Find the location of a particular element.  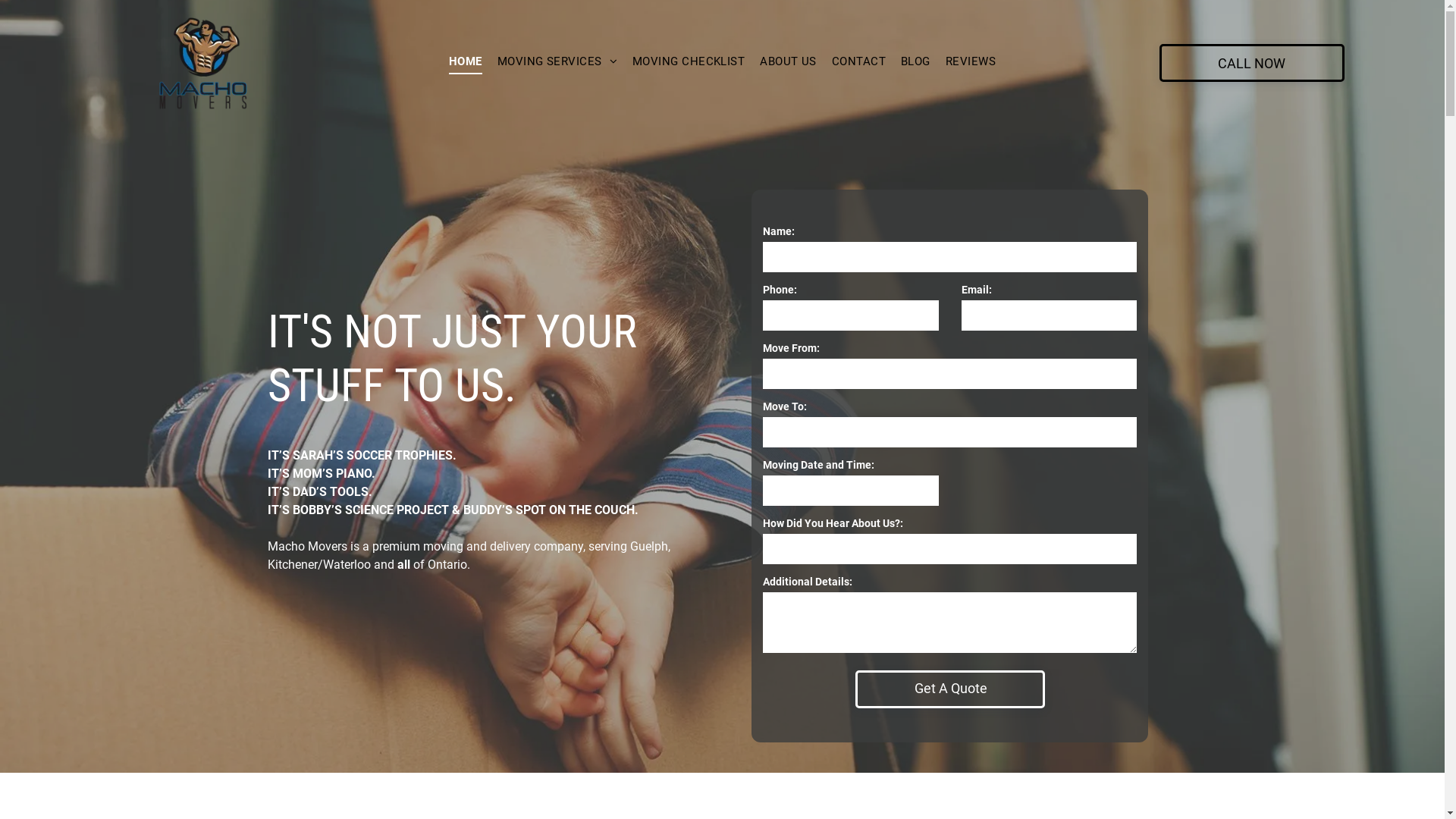

'MOVING CHECKLIST' is located at coordinates (687, 61).